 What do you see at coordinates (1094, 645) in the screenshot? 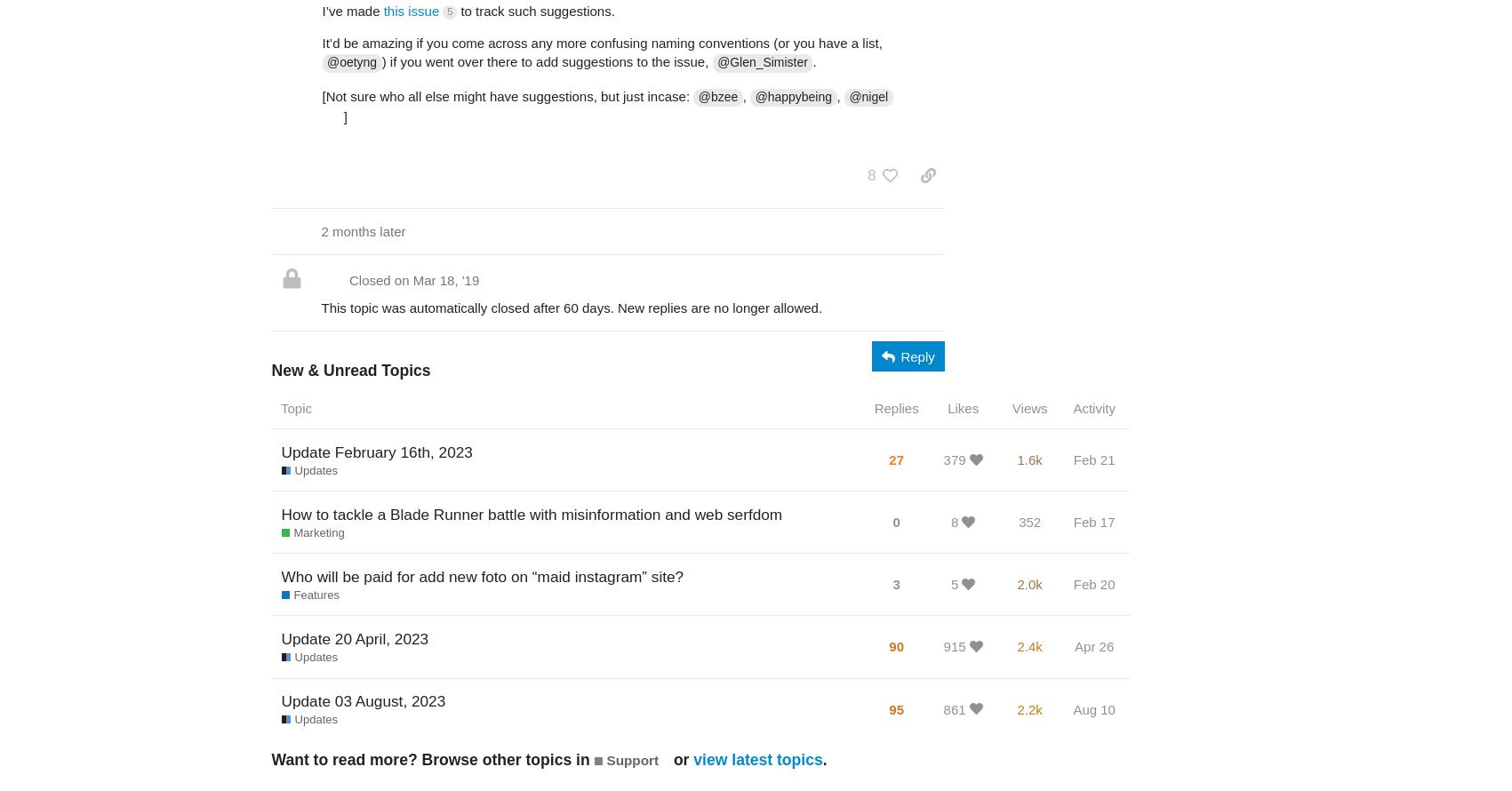
I see `'Apr 26'` at bounding box center [1094, 645].